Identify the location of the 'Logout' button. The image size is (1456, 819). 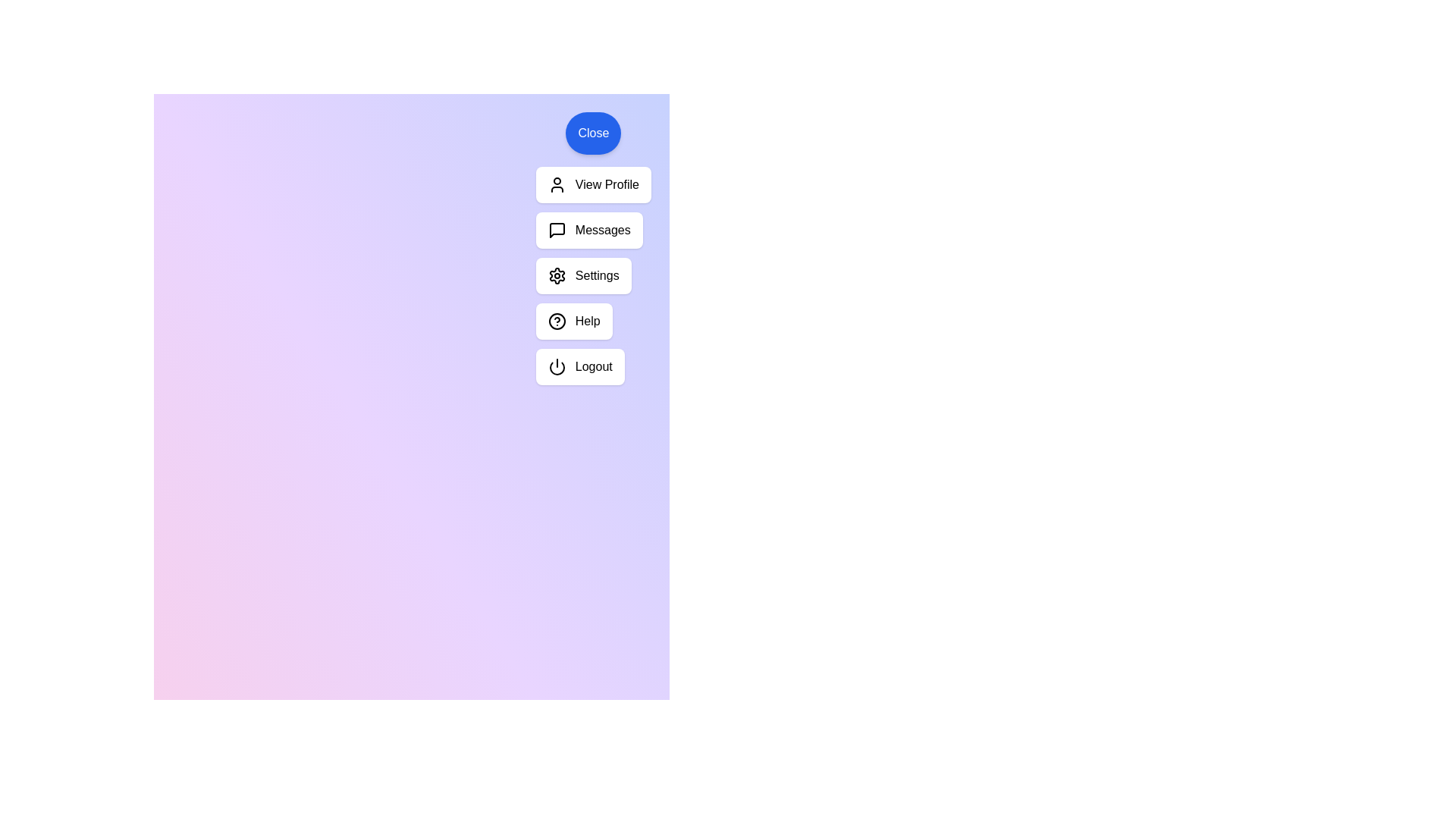
(579, 366).